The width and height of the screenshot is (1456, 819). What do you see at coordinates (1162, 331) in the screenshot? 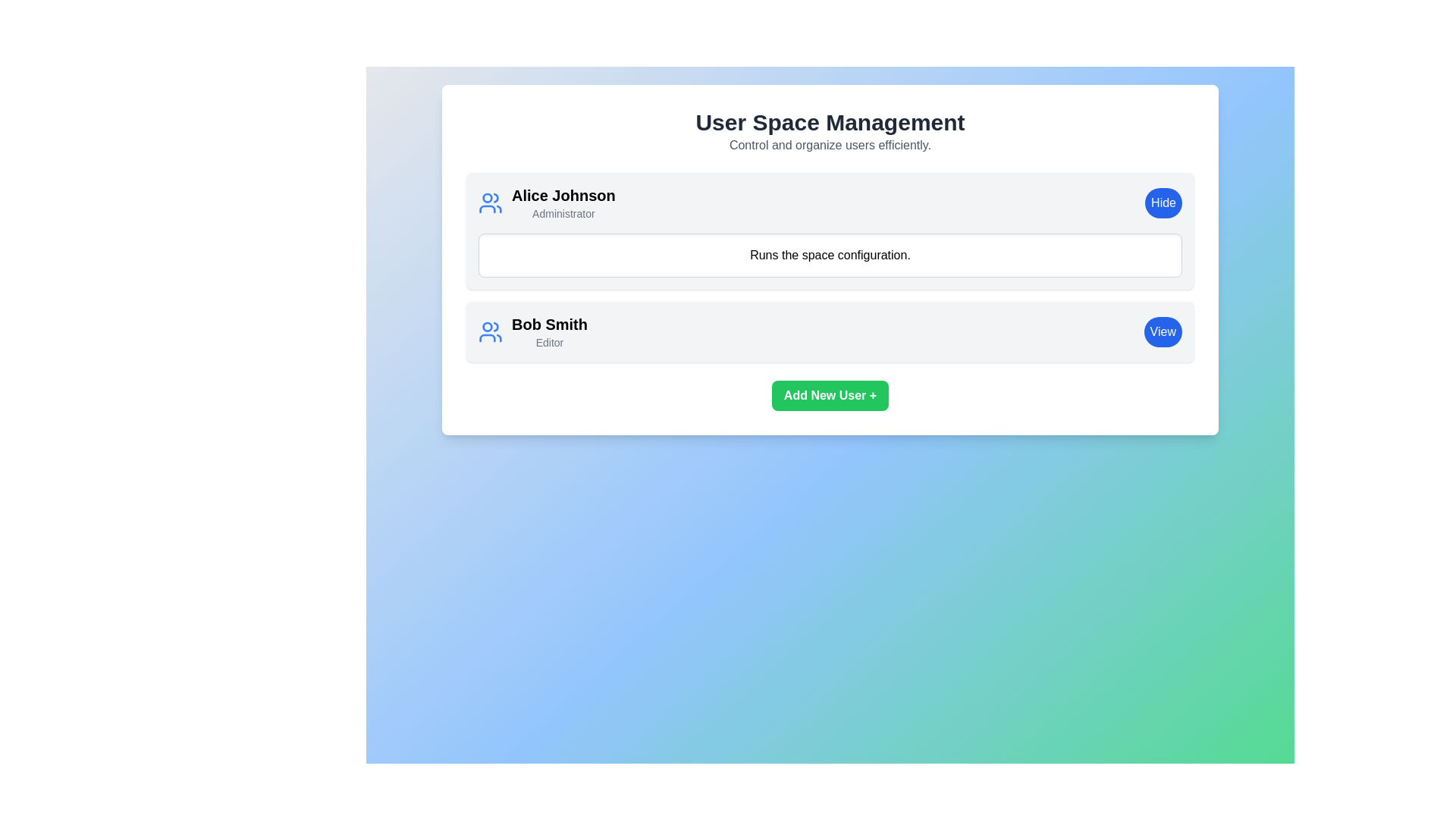
I see `the blue button located in the bottom-right corner of the section dedicated to 'Bob Smith', next to the text 'Editor'` at bounding box center [1162, 331].